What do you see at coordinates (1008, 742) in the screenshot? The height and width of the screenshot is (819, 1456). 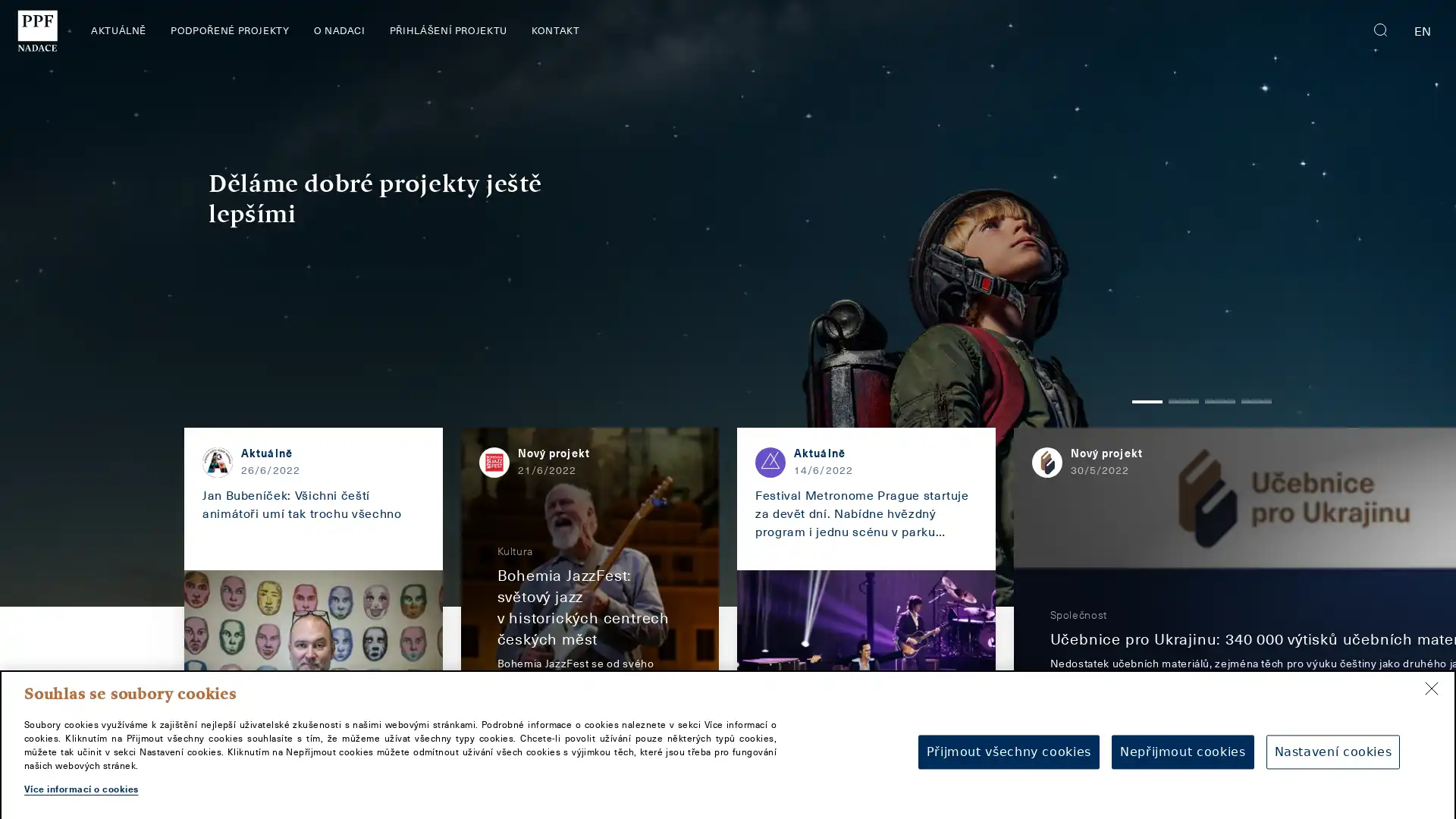 I see `Prijmout vsechny cookies` at bounding box center [1008, 742].